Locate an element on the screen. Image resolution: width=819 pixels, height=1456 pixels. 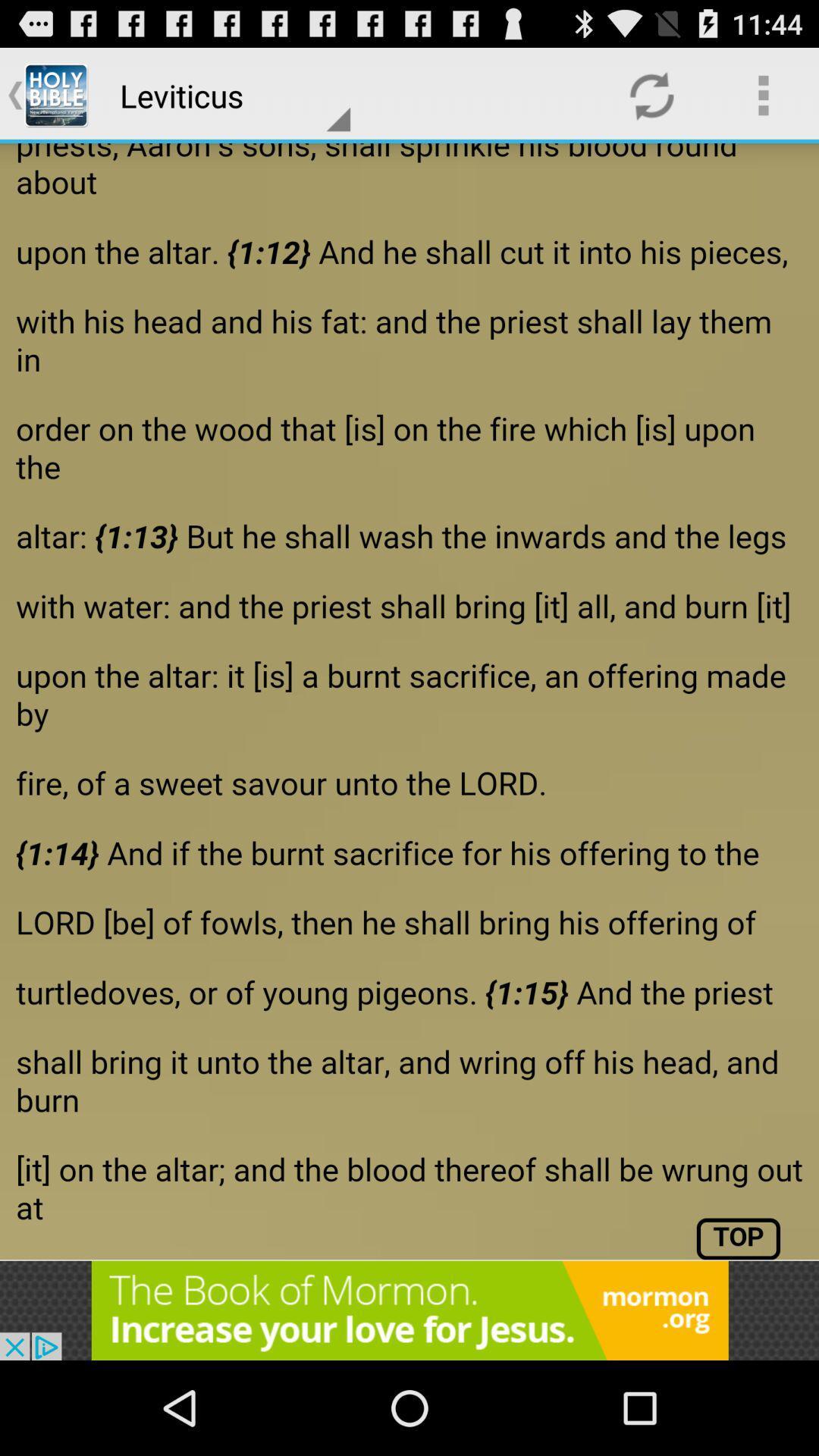
file is located at coordinates (409, 701).